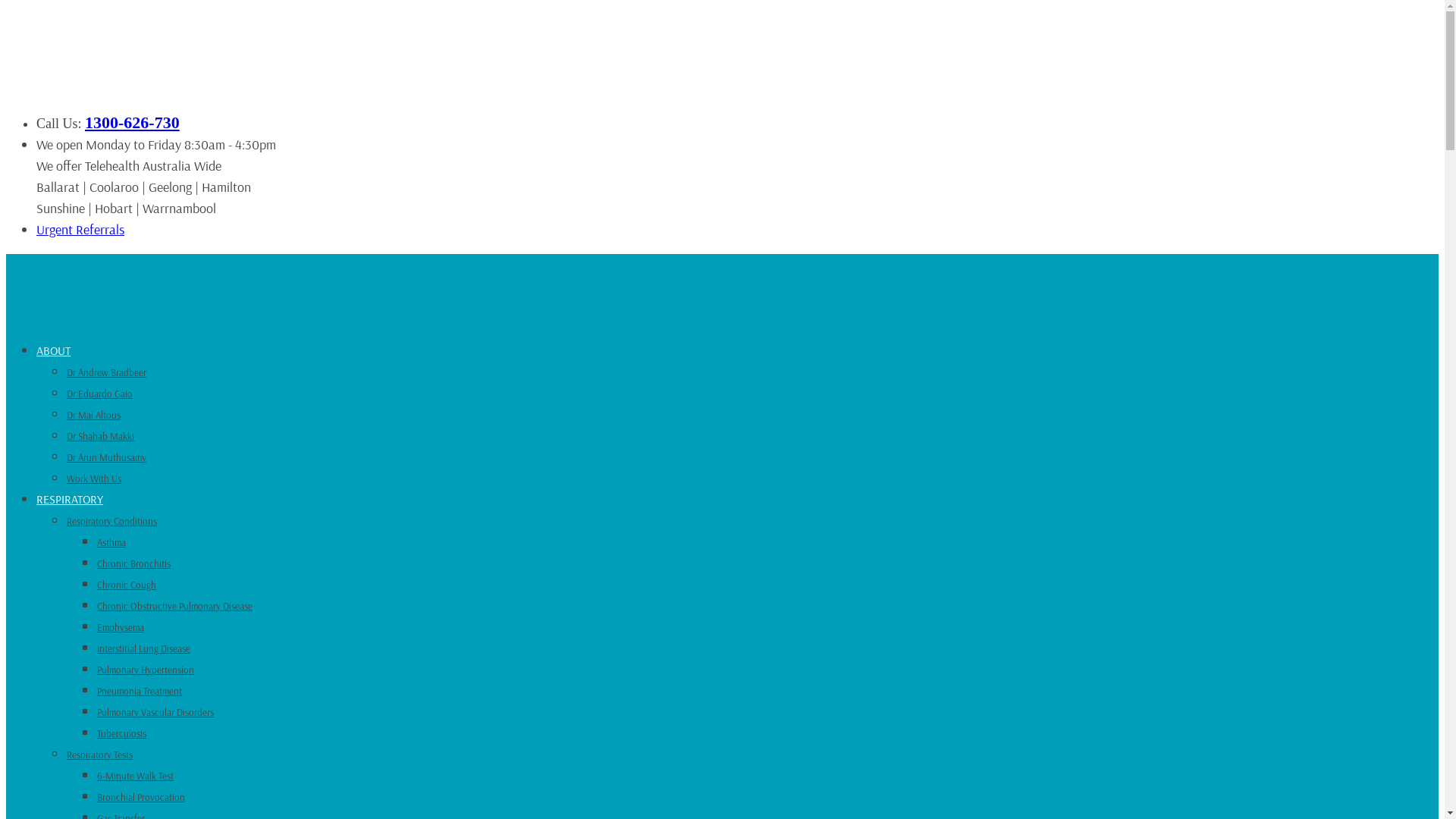 The image size is (1456, 819). What do you see at coordinates (93, 415) in the screenshot?
I see `'Dr Mai Altous'` at bounding box center [93, 415].